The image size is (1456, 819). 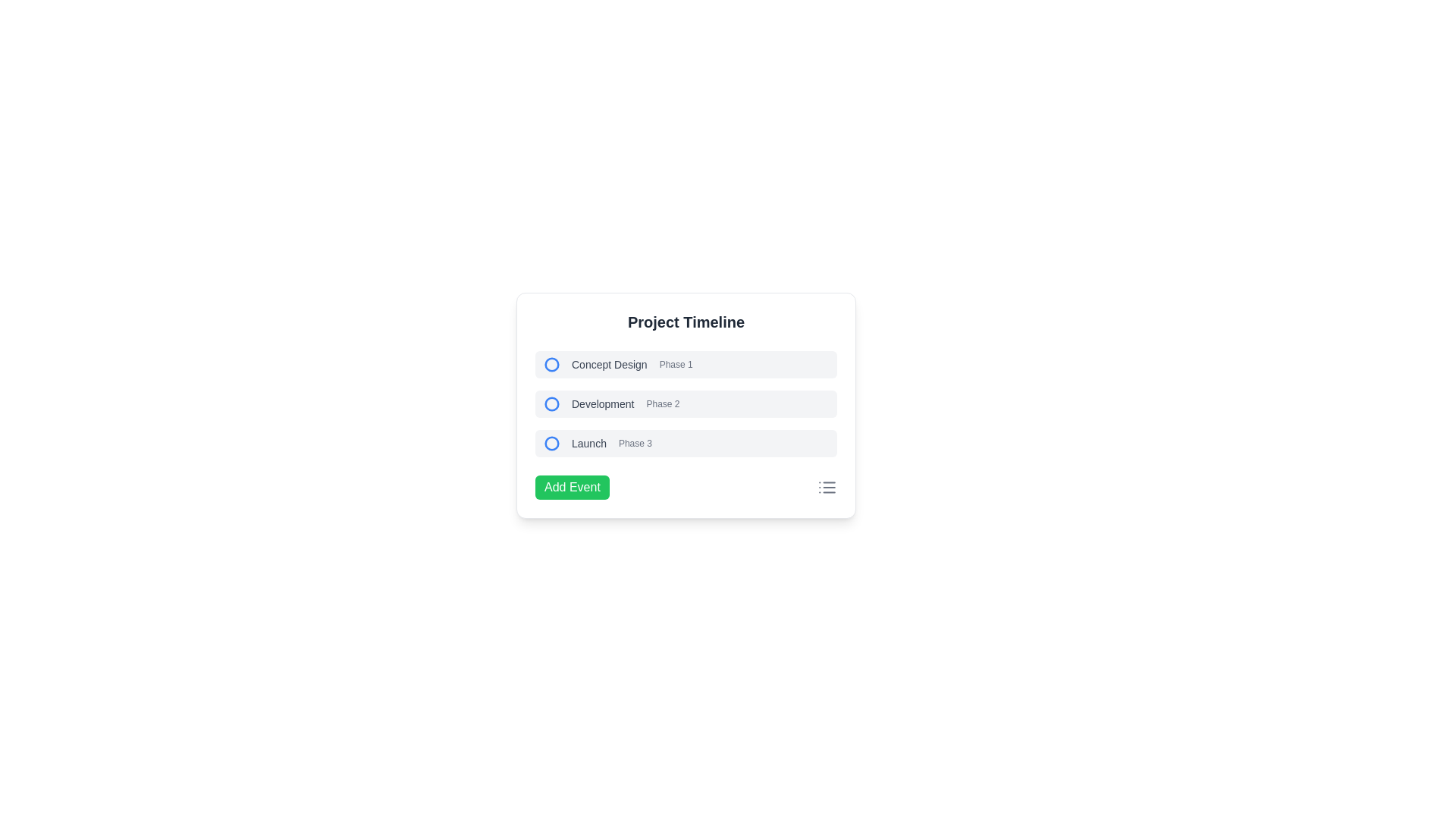 What do you see at coordinates (686, 444) in the screenshot?
I see `the third list item labeled 'Phase 3' in the project timeline` at bounding box center [686, 444].